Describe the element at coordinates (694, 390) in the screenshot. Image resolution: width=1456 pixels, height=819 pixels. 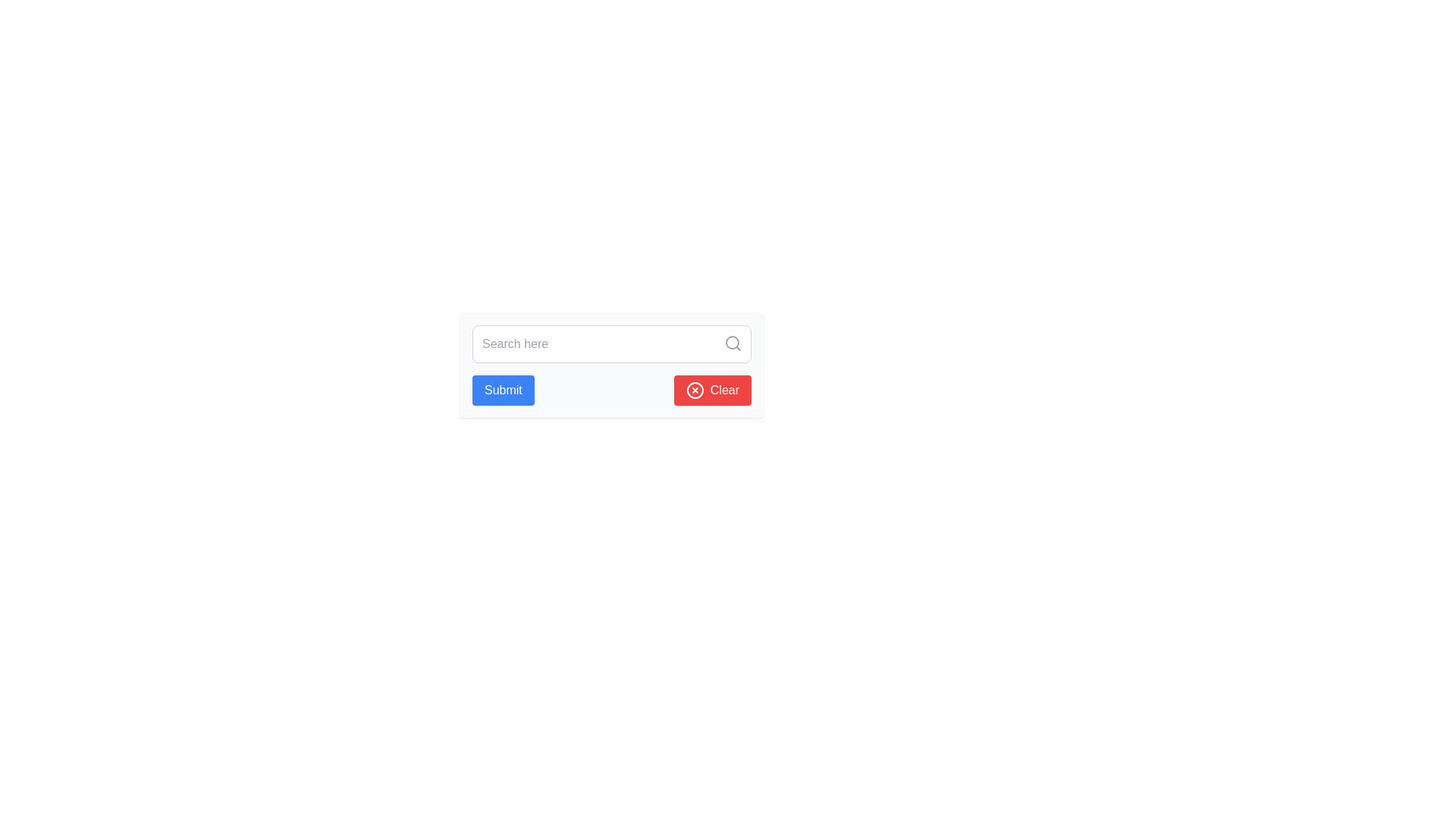
I see `the decorative circular icon located within the red 'Clear' button, which is positioned towards the right of the interface, aligned horizontally with the search bar and submit button` at that location.